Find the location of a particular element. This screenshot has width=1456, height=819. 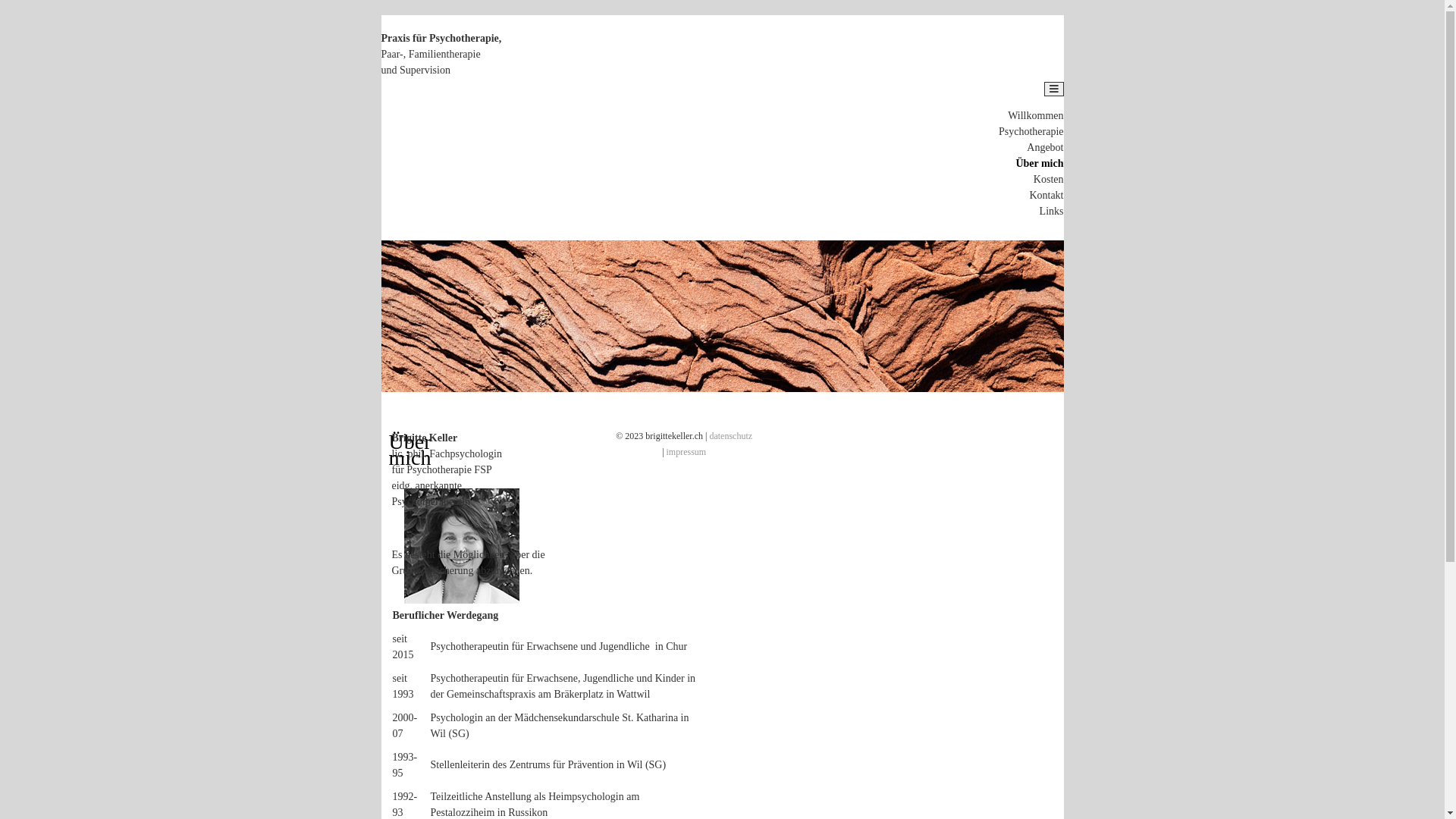

'Willkommen' is located at coordinates (1008, 115).